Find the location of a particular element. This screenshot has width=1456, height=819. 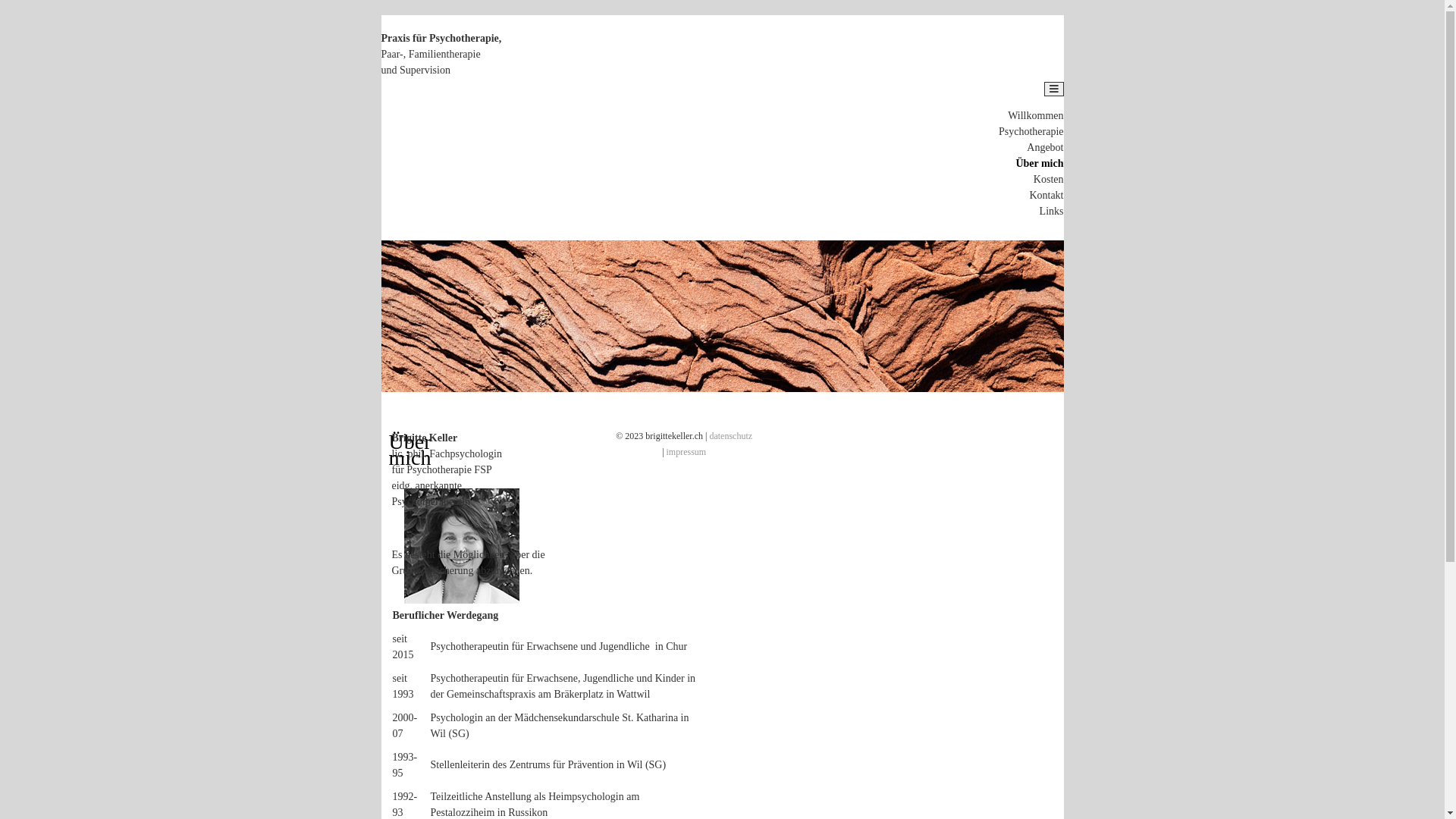

'Willkommen' is located at coordinates (1008, 115).